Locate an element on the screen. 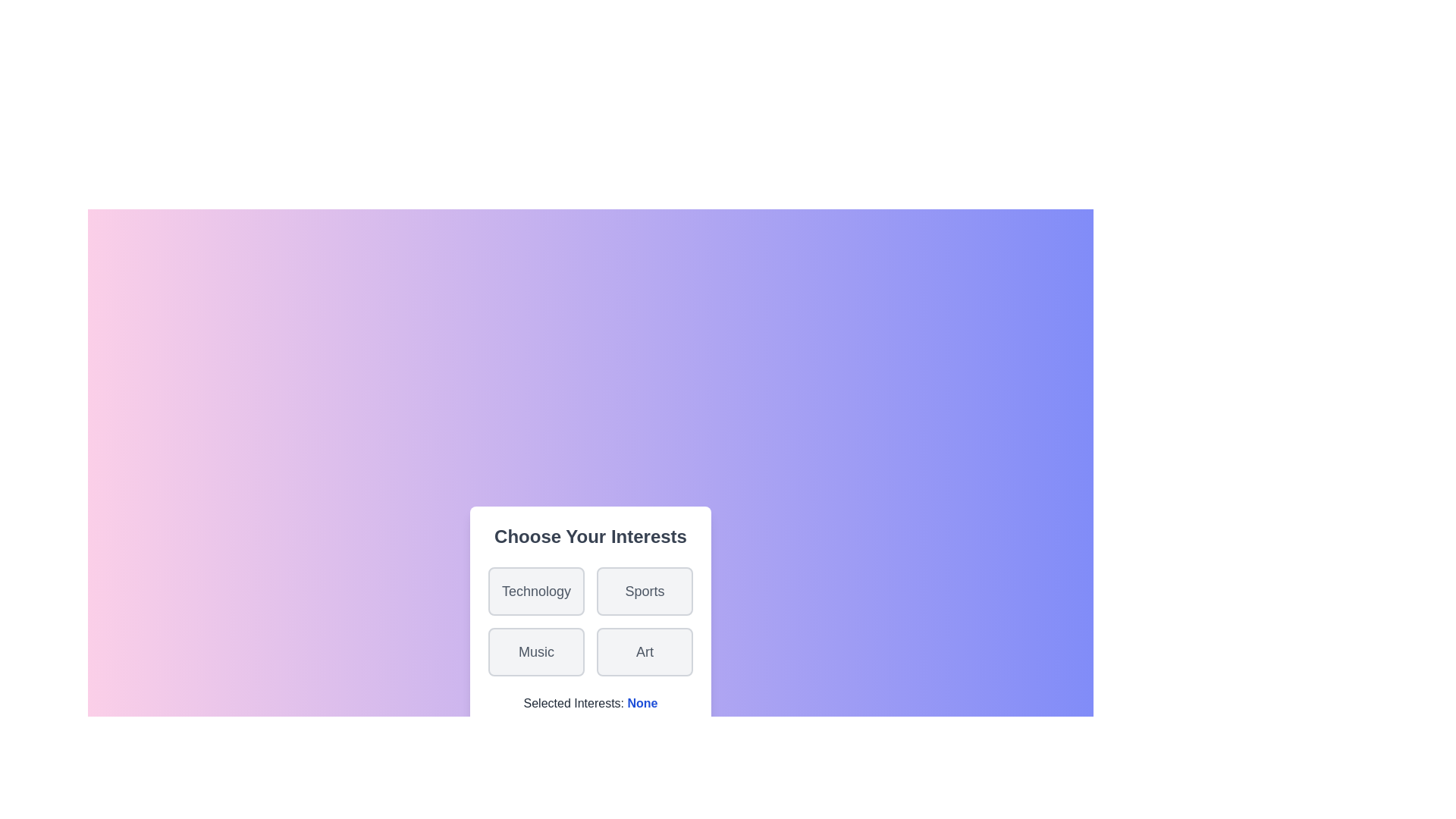  the Music button is located at coordinates (535, 651).